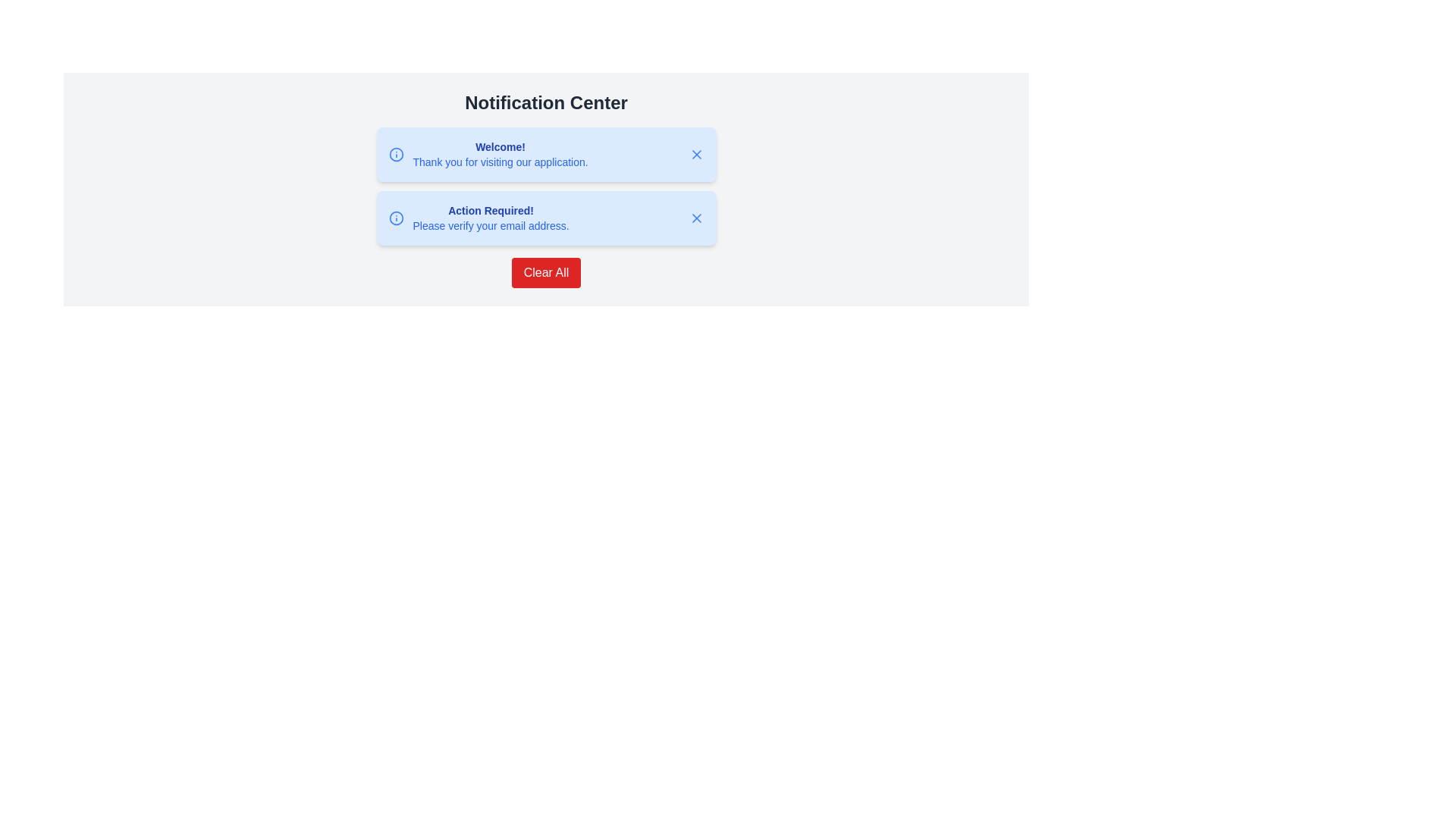  Describe the element at coordinates (500, 146) in the screenshot. I see `welcoming message presented in the textual header of the first notification group in the Notification Center, which is located above the description text` at that location.